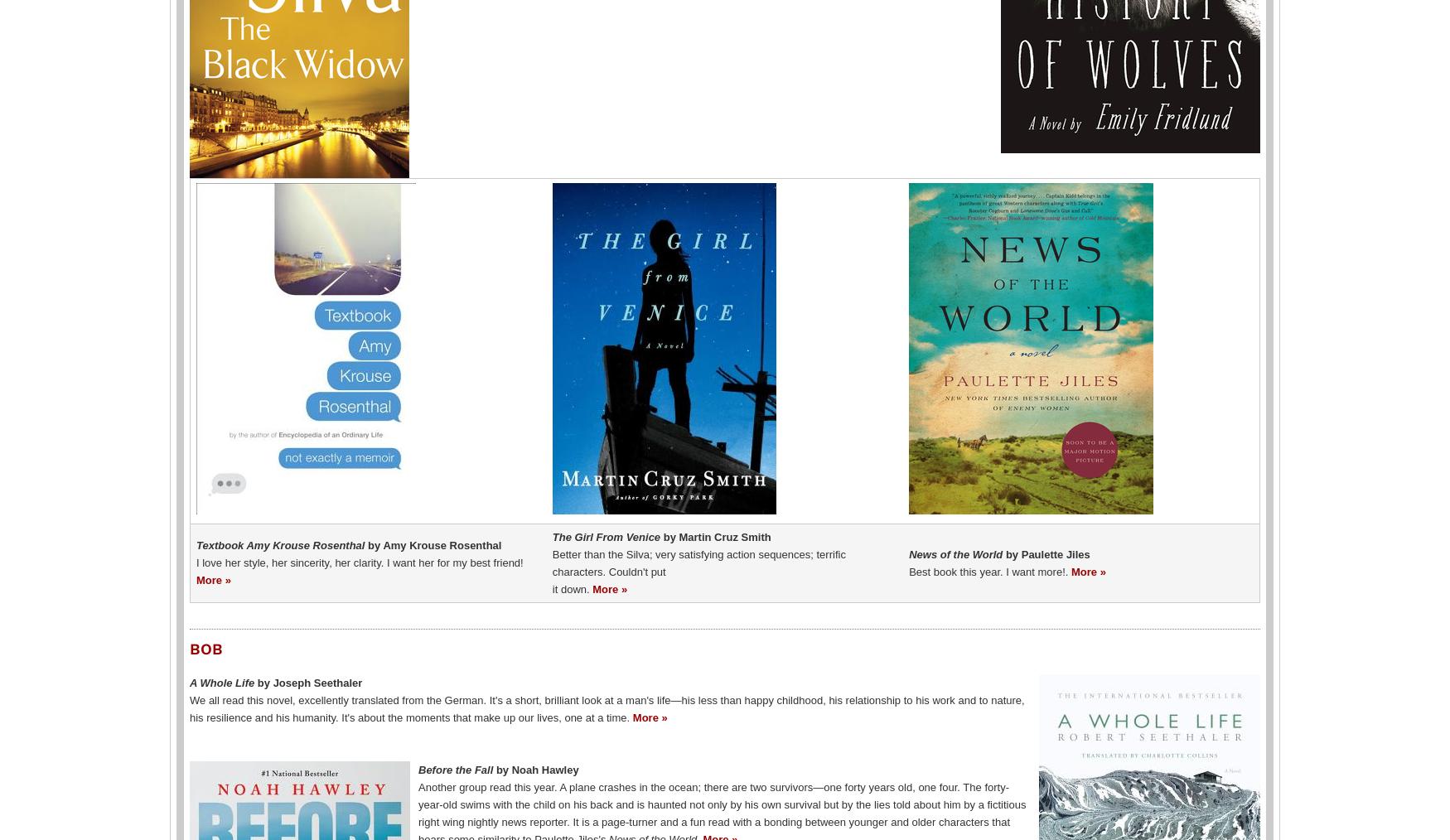 The height and width of the screenshot is (840, 1450). What do you see at coordinates (659, 536) in the screenshot?
I see `'by Martin Cruz Smith'` at bounding box center [659, 536].